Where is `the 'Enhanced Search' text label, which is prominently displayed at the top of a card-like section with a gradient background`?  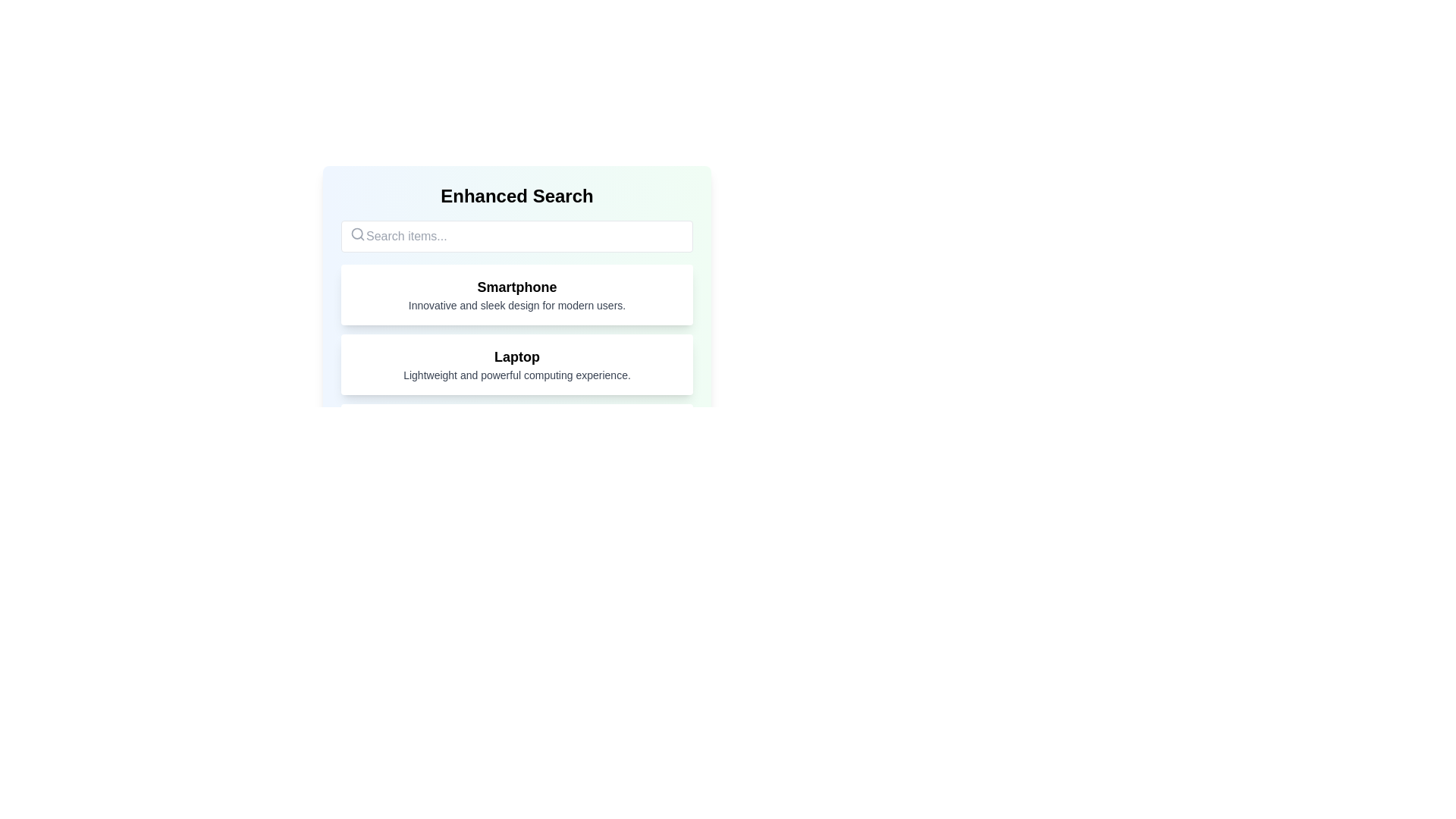 the 'Enhanced Search' text label, which is prominently displayed at the top of a card-like section with a gradient background is located at coordinates (516, 195).